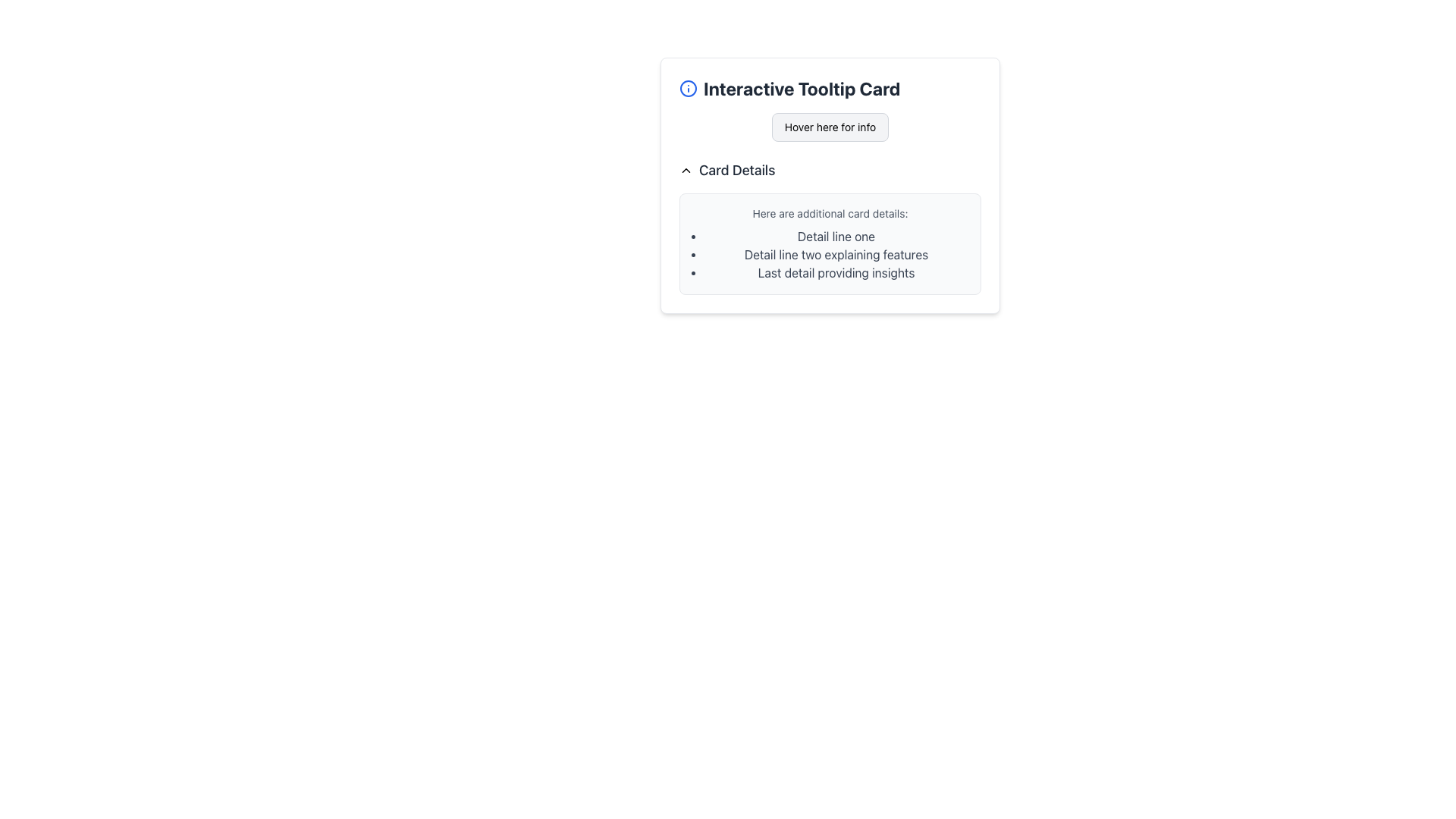  Describe the element at coordinates (836, 271) in the screenshot. I see `informational text located at the bottom of the bullet points under 'Card Details', specifically the third item in the list` at that location.